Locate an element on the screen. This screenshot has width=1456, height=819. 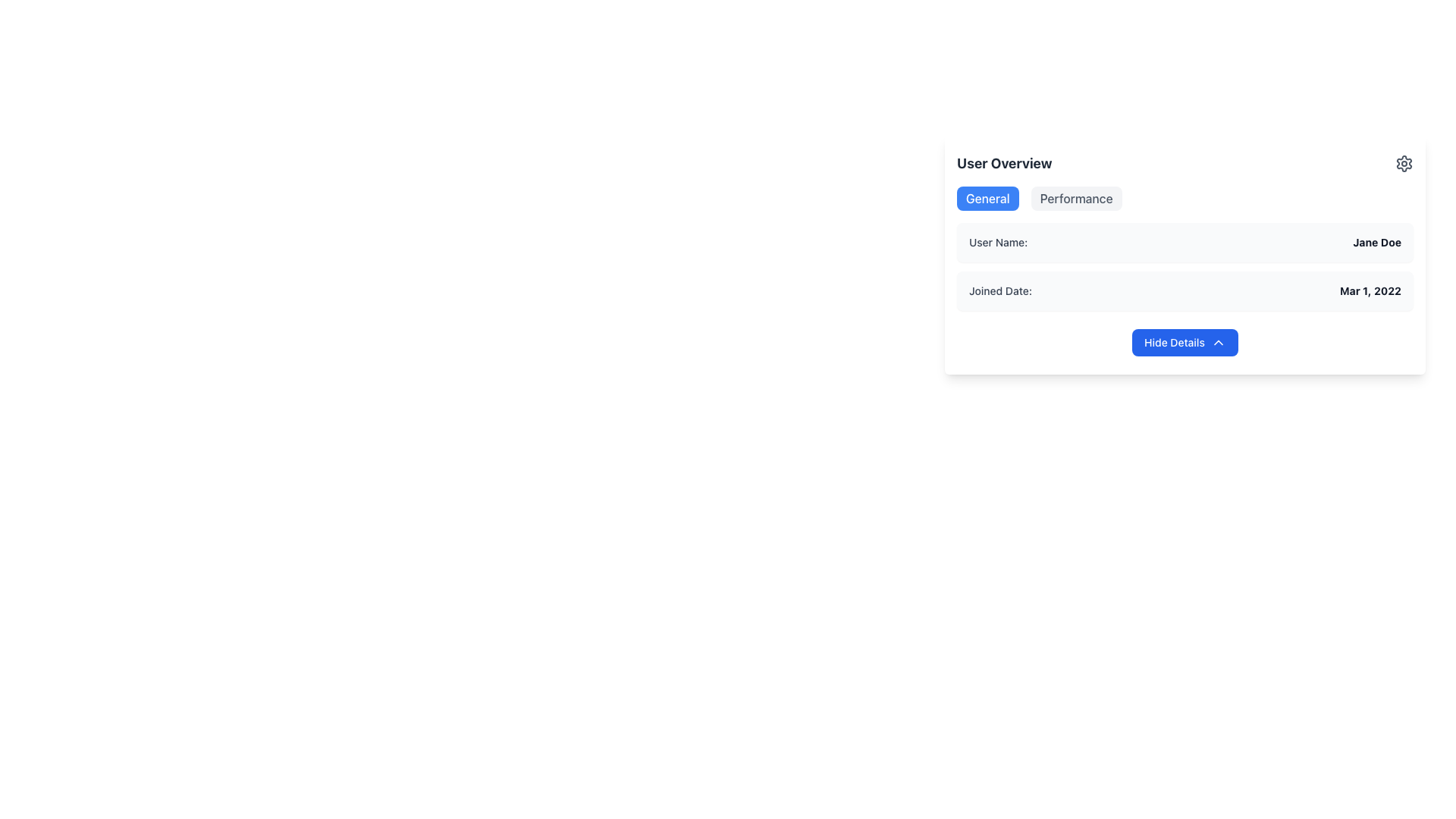
the Text Label that indicates the user's name, positioned to the left of the data field with 'Jane Doe' below it is located at coordinates (998, 242).